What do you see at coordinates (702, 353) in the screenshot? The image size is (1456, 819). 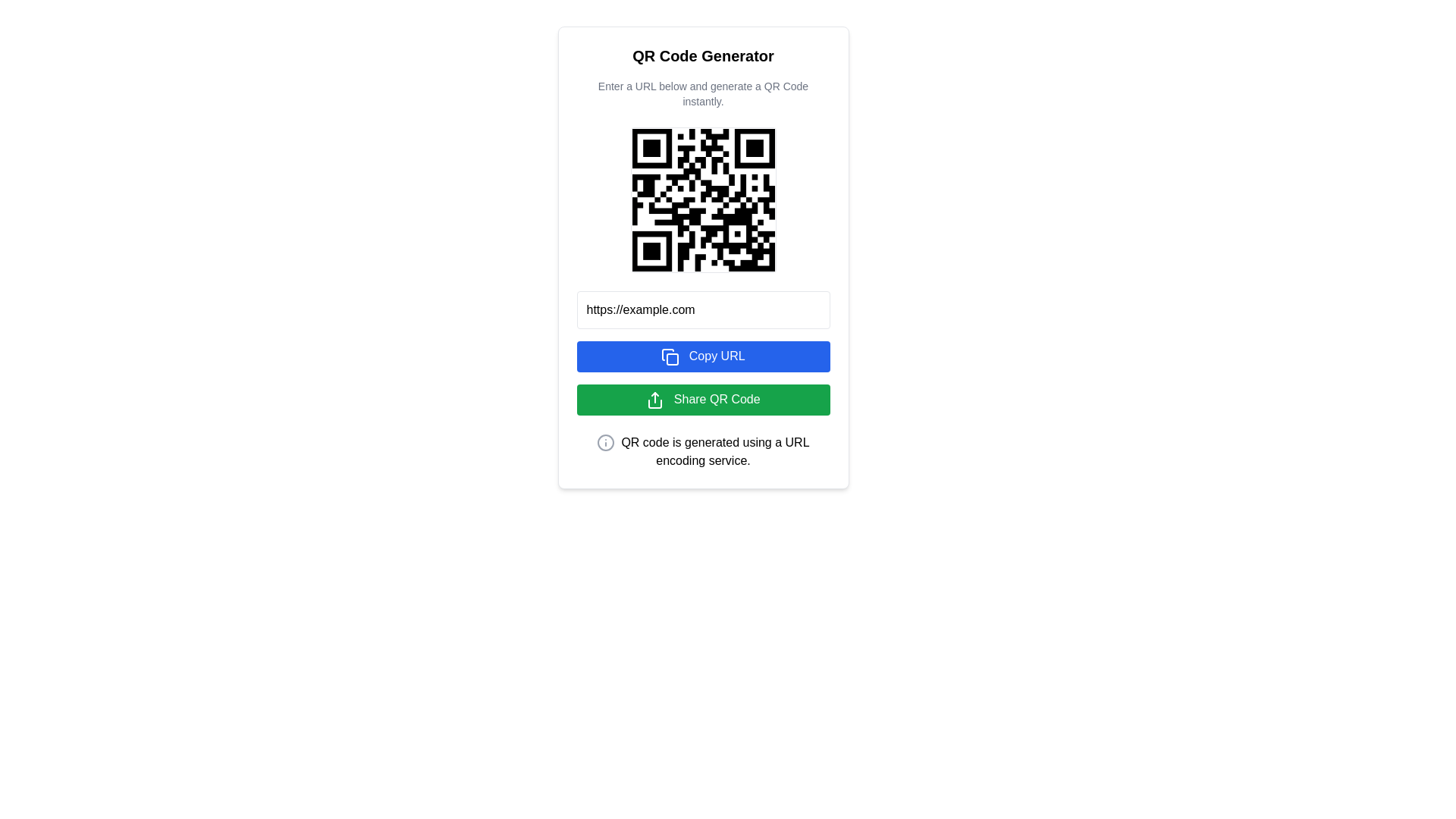 I see `the 'Share QR Code' button, which is the green button located directly below the 'Copy URL' button in the QR Code Generator interface` at bounding box center [702, 353].